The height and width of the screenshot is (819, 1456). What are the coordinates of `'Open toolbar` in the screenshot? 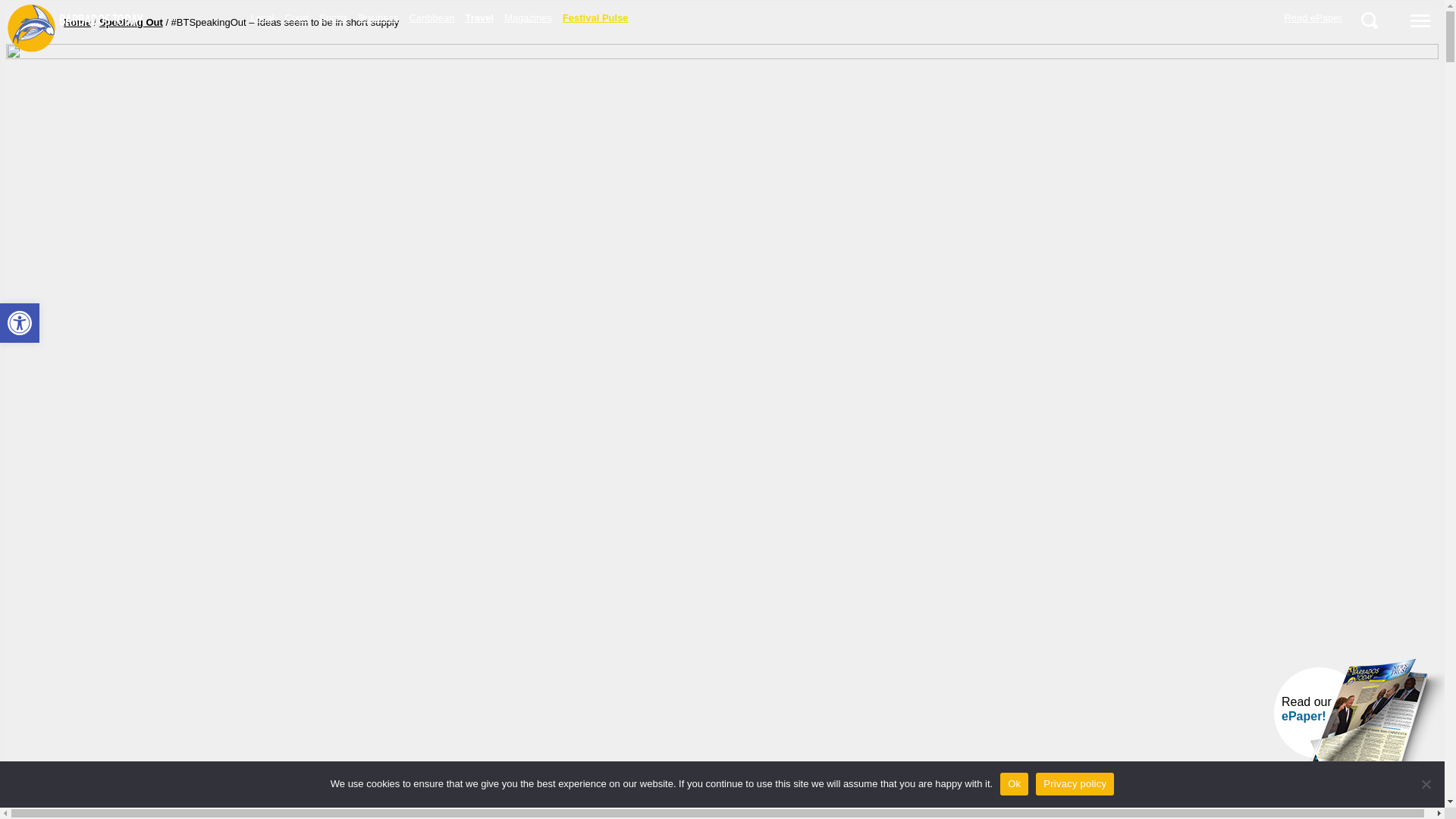 It's located at (19, 322).